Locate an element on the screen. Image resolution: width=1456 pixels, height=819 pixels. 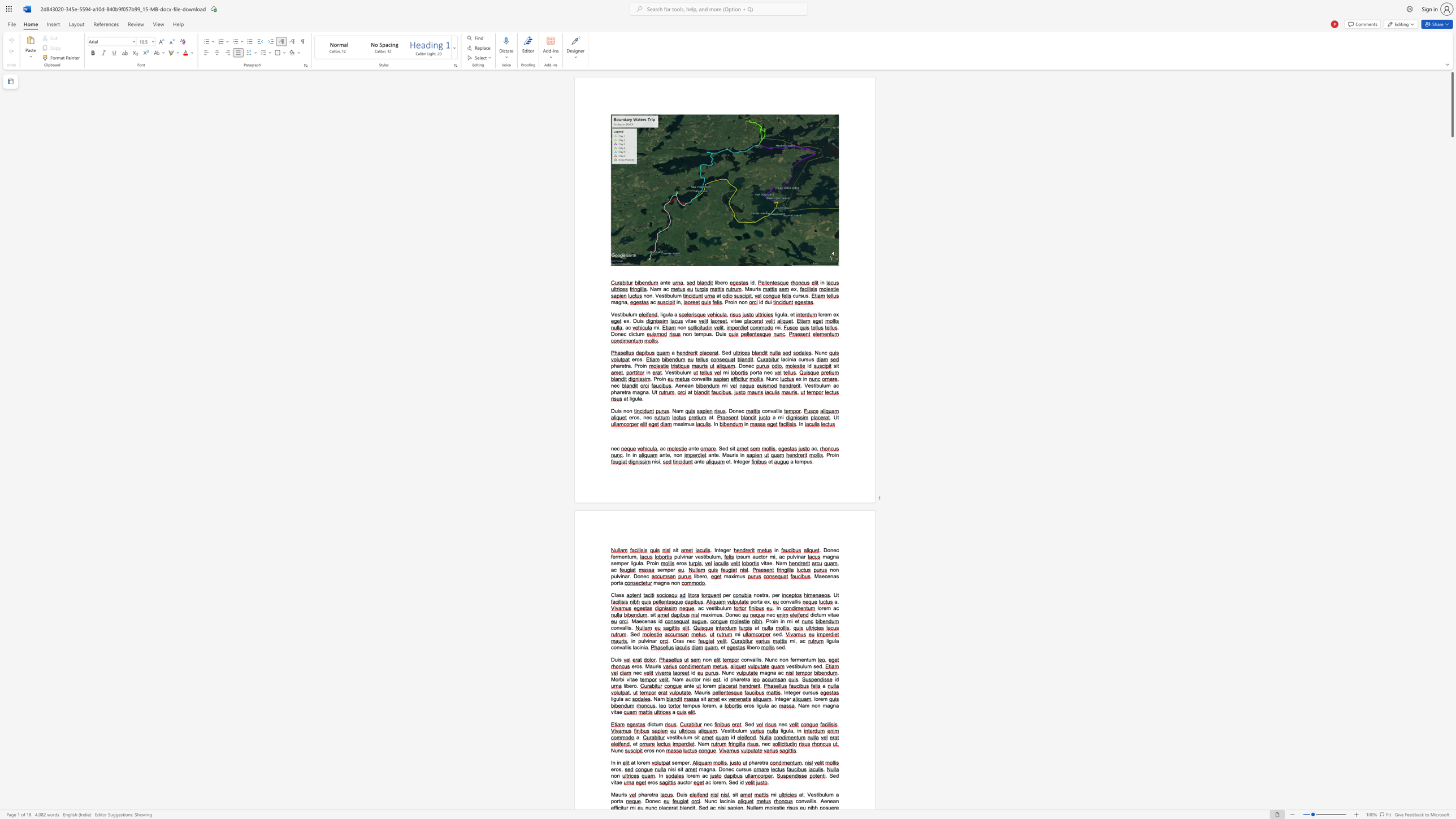
the 1th character "a" in the text is located at coordinates (622, 698).